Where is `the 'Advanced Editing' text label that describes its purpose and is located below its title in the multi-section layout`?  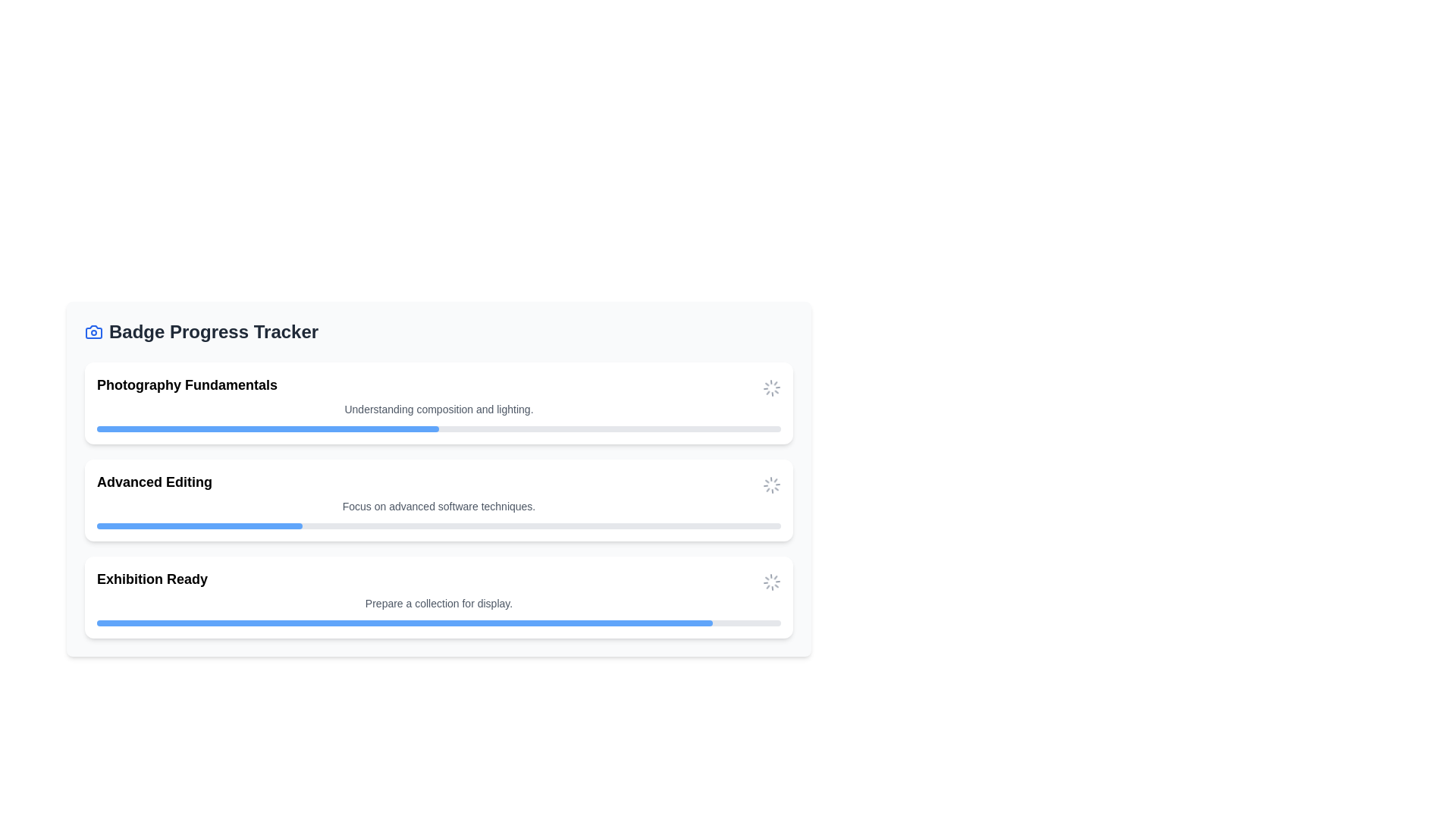 the 'Advanced Editing' text label that describes its purpose and is located below its title in the multi-section layout is located at coordinates (438, 506).